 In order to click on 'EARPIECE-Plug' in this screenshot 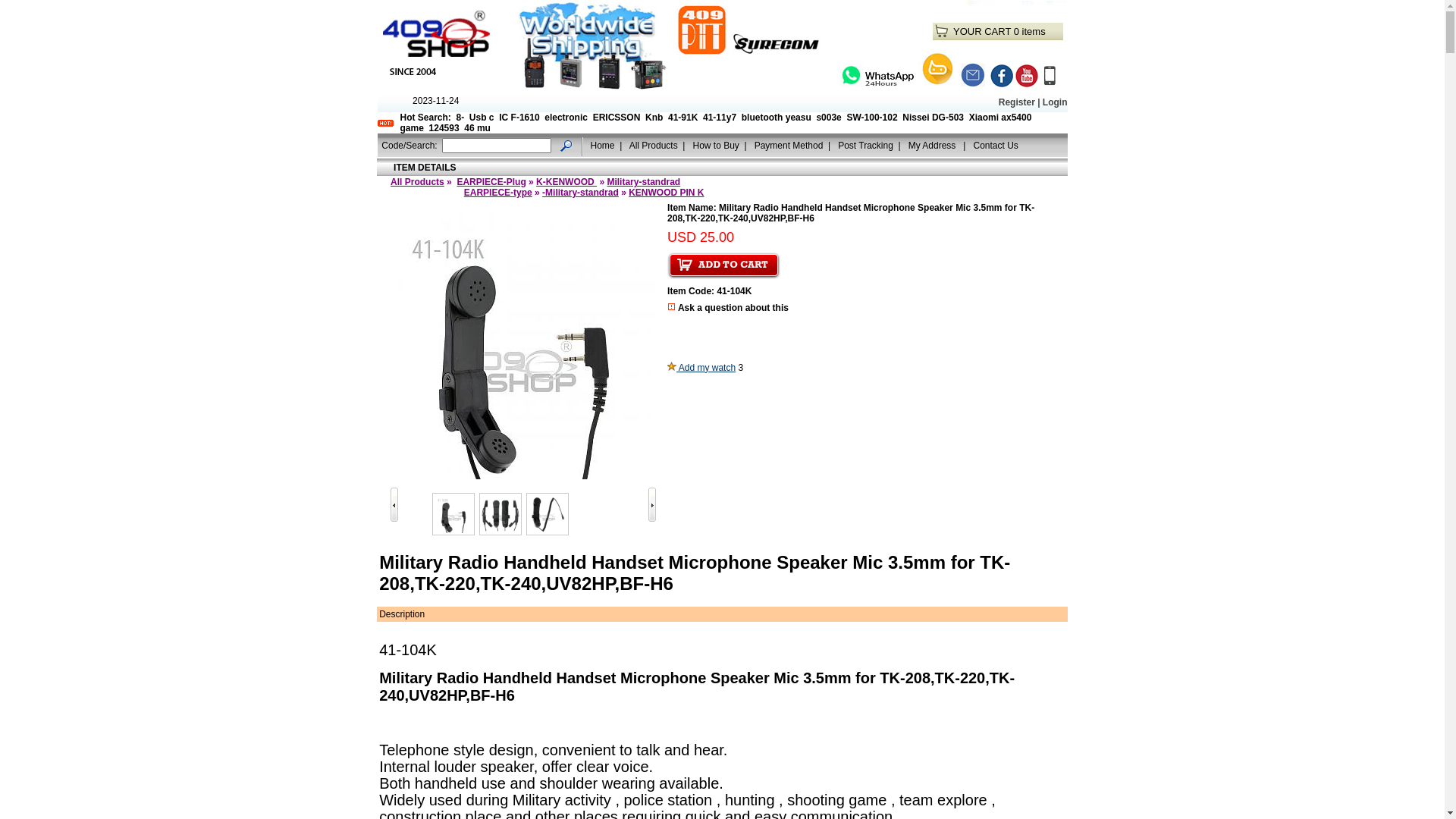, I will do `click(491, 180)`.